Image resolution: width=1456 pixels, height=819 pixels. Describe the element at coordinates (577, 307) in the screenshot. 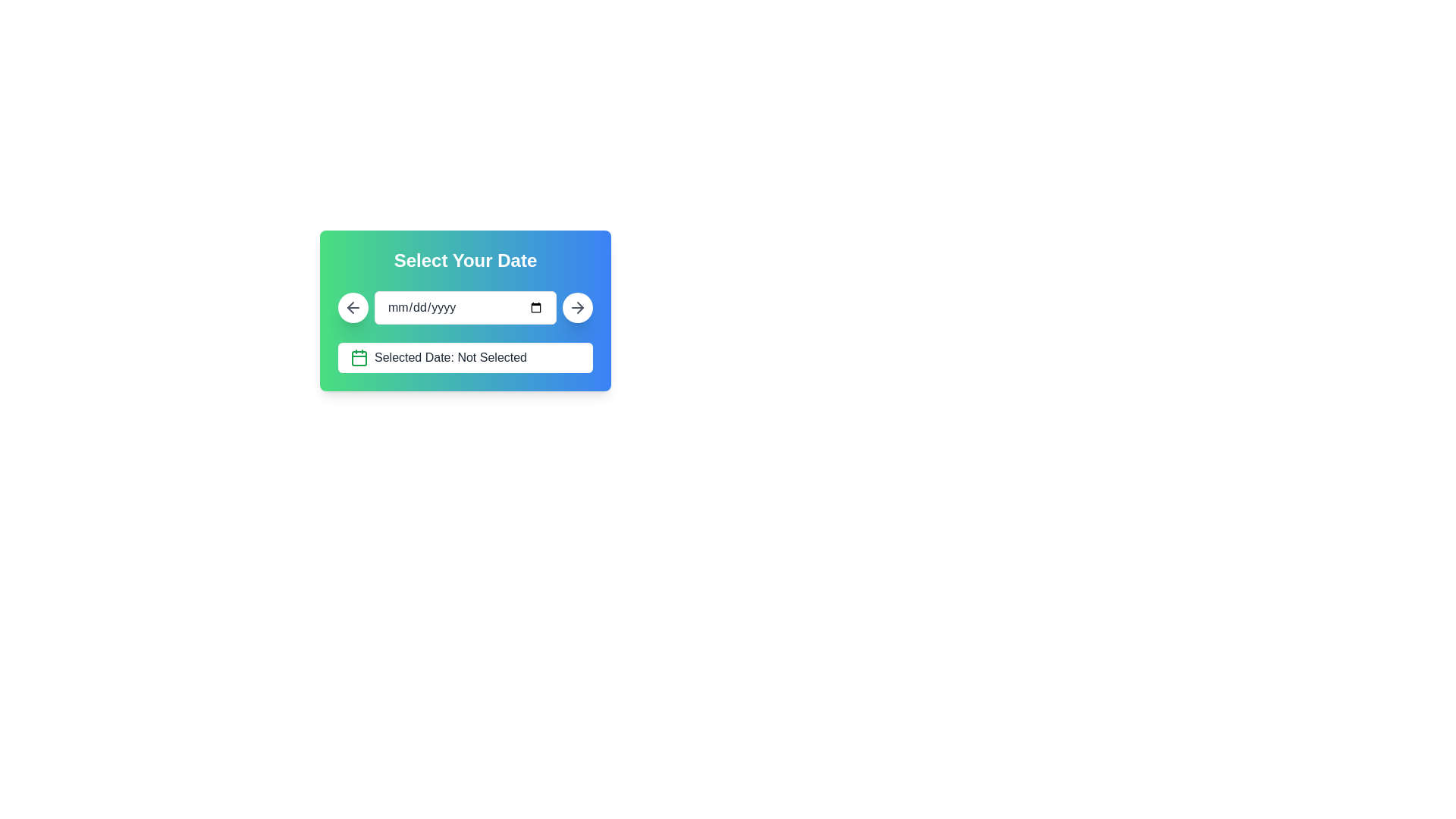

I see `the arrow icon within the circular button located in the top-right corner of the date selection panel` at that location.